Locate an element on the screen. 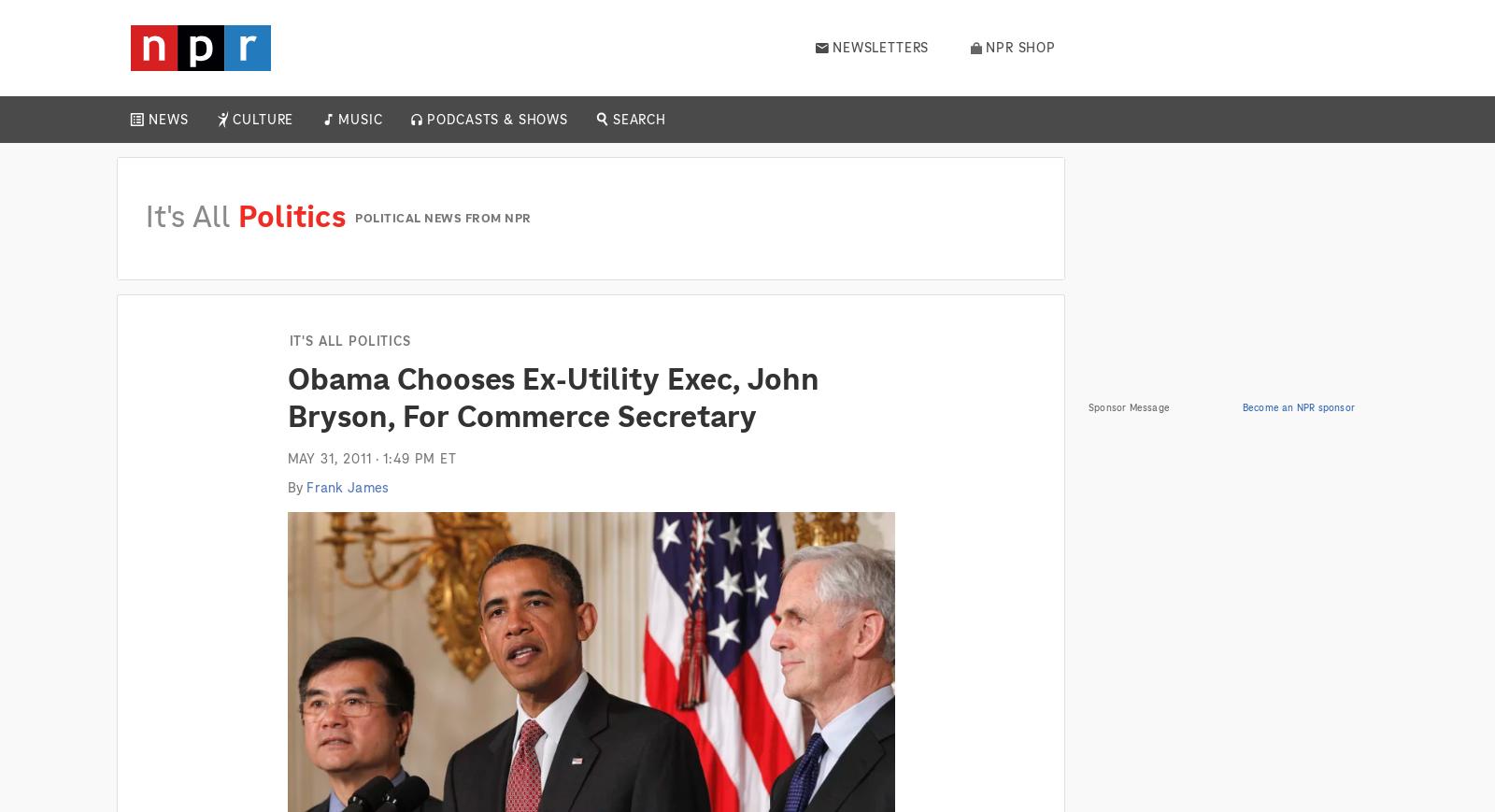  'Movies' is located at coordinates (389, 178).